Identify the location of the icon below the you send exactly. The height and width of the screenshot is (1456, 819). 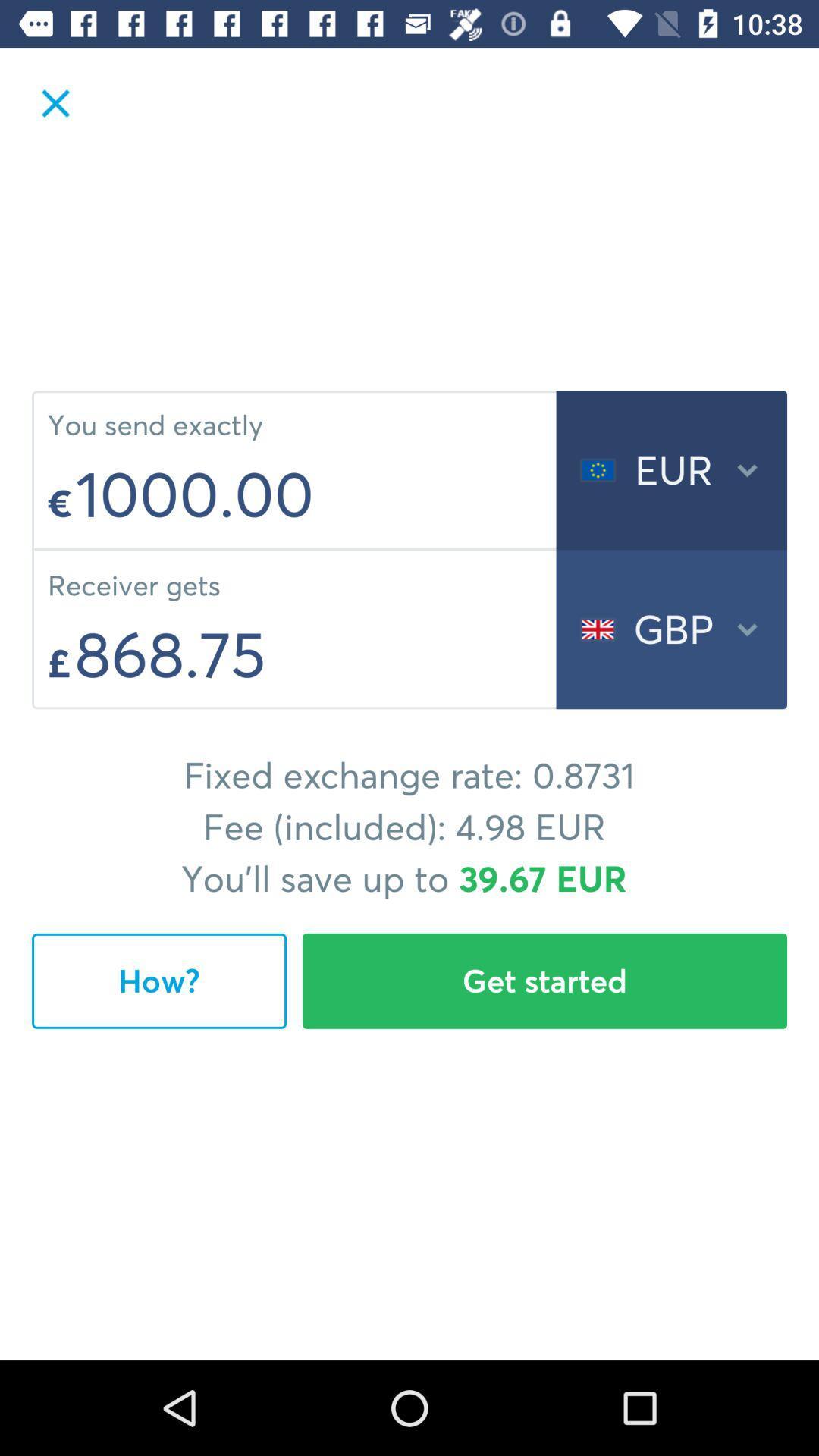
(311, 494).